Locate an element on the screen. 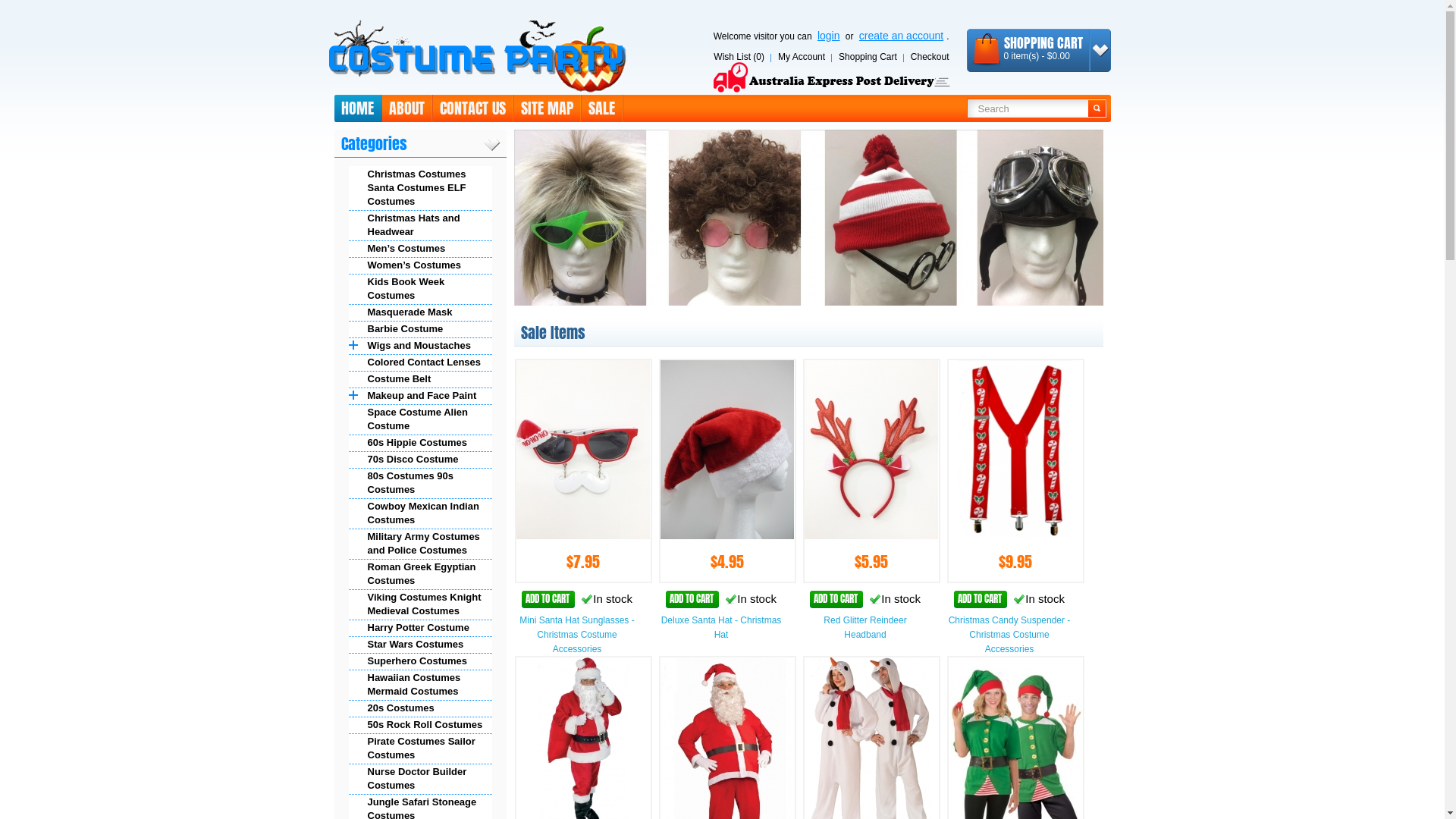 This screenshot has height=819, width=1456. 'Costume Belt' is located at coordinates (348, 378).